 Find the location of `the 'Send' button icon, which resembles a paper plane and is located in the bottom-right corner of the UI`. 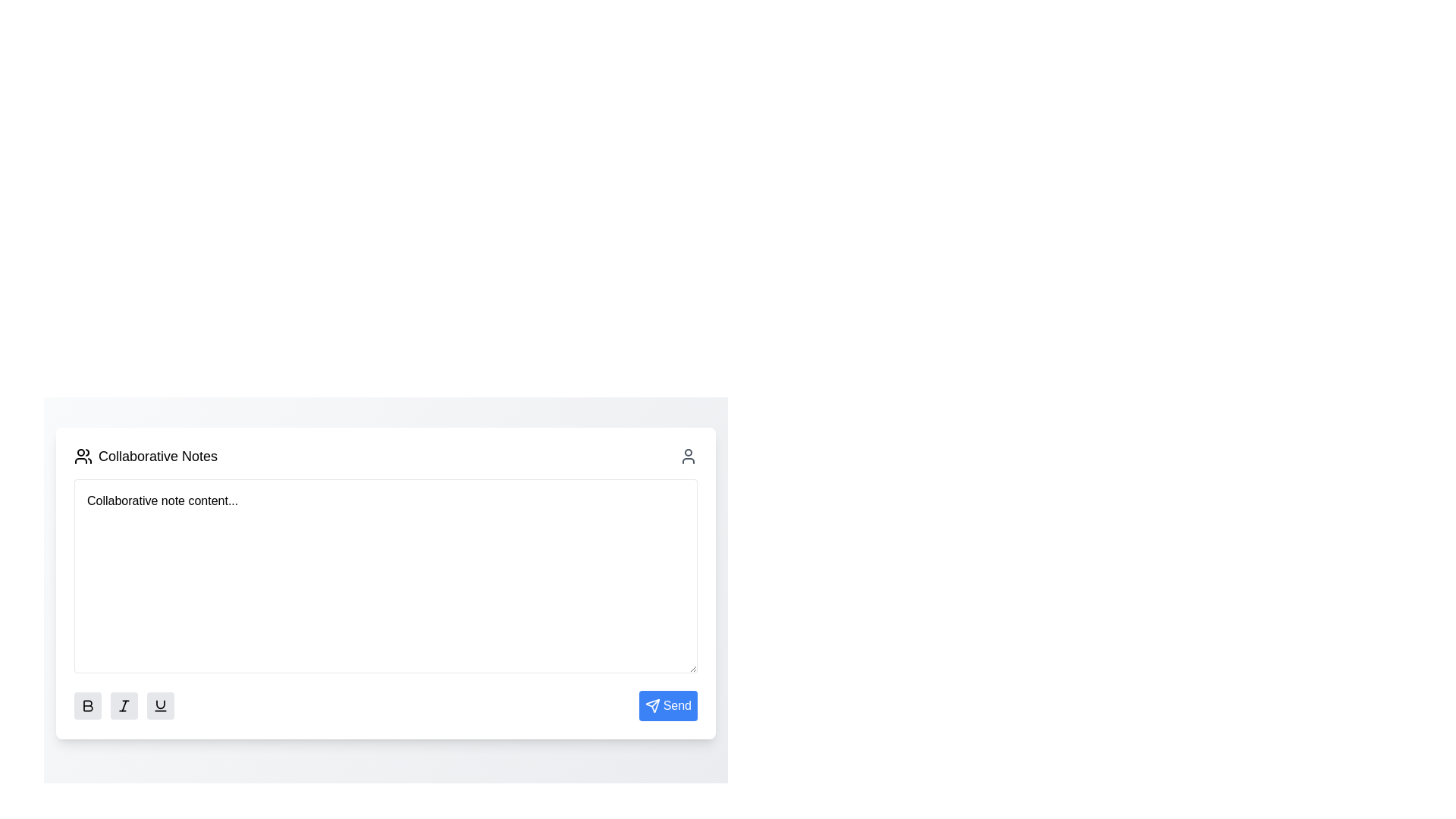

the 'Send' button icon, which resembles a paper plane and is located in the bottom-right corner of the UI is located at coordinates (652, 705).